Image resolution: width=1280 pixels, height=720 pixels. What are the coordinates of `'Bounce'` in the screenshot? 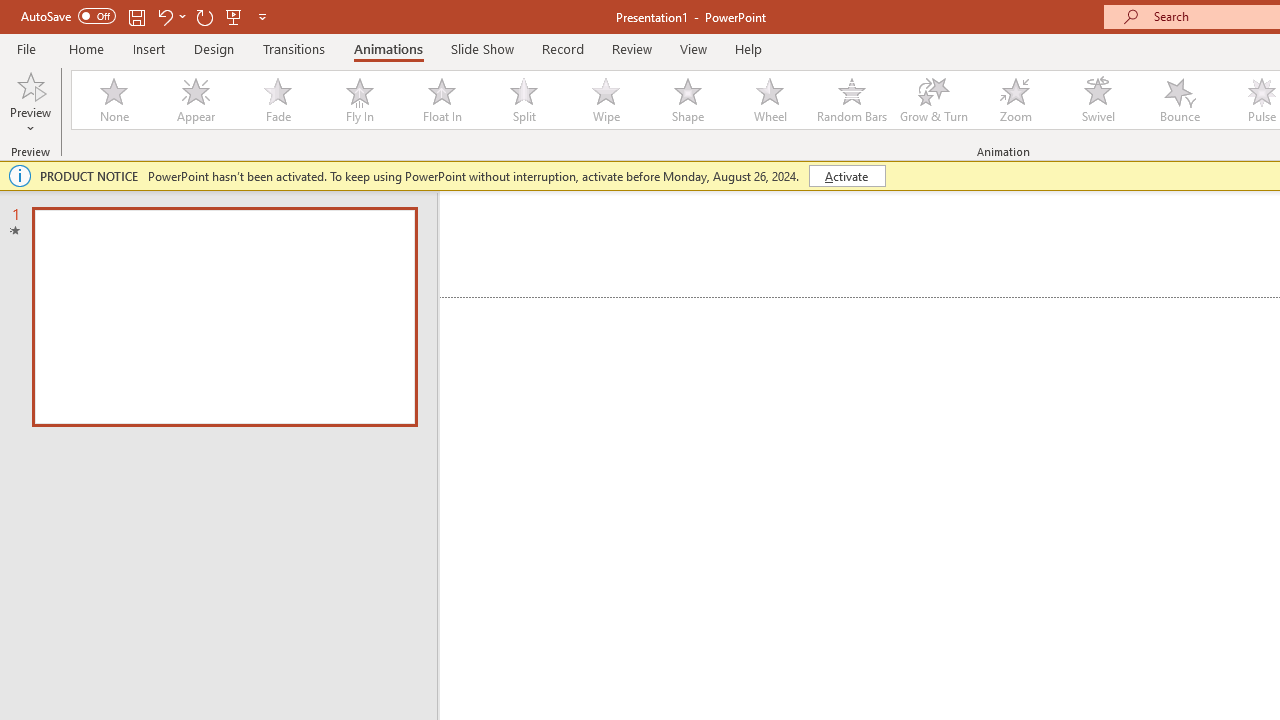 It's located at (1180, 100).